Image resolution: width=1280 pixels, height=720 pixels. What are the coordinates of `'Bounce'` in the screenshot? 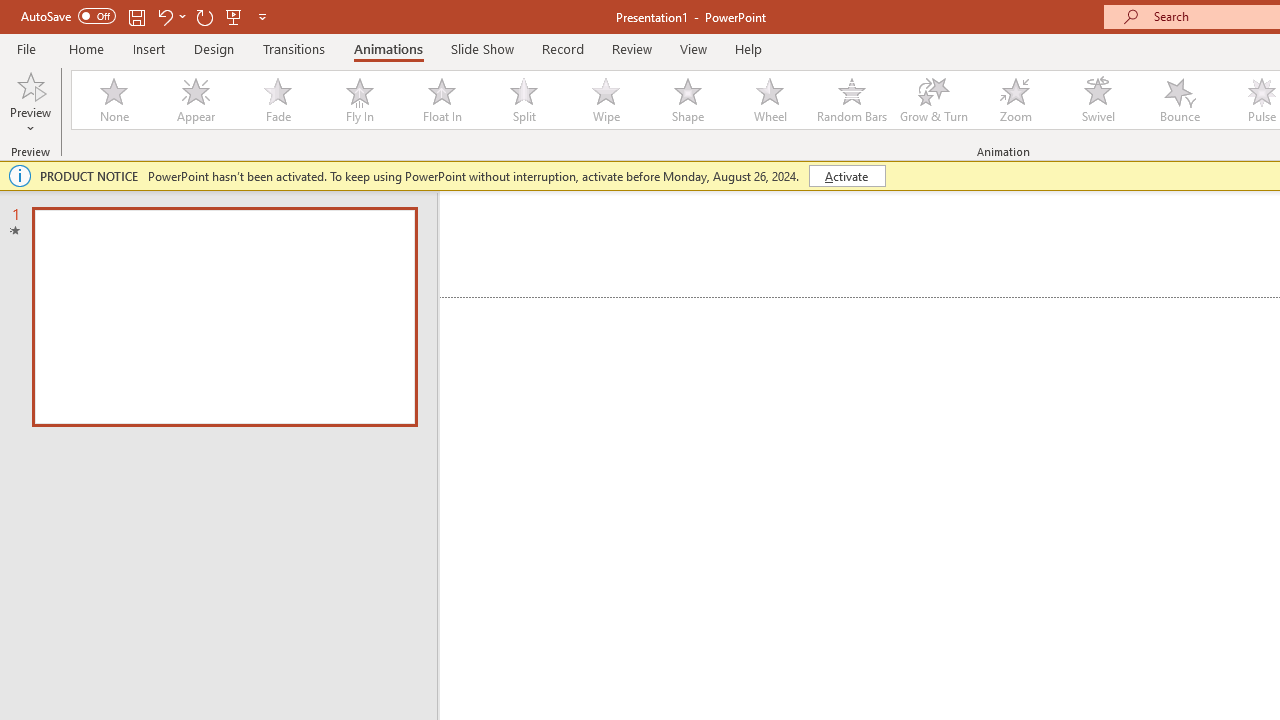 It's located at (1180, 100).